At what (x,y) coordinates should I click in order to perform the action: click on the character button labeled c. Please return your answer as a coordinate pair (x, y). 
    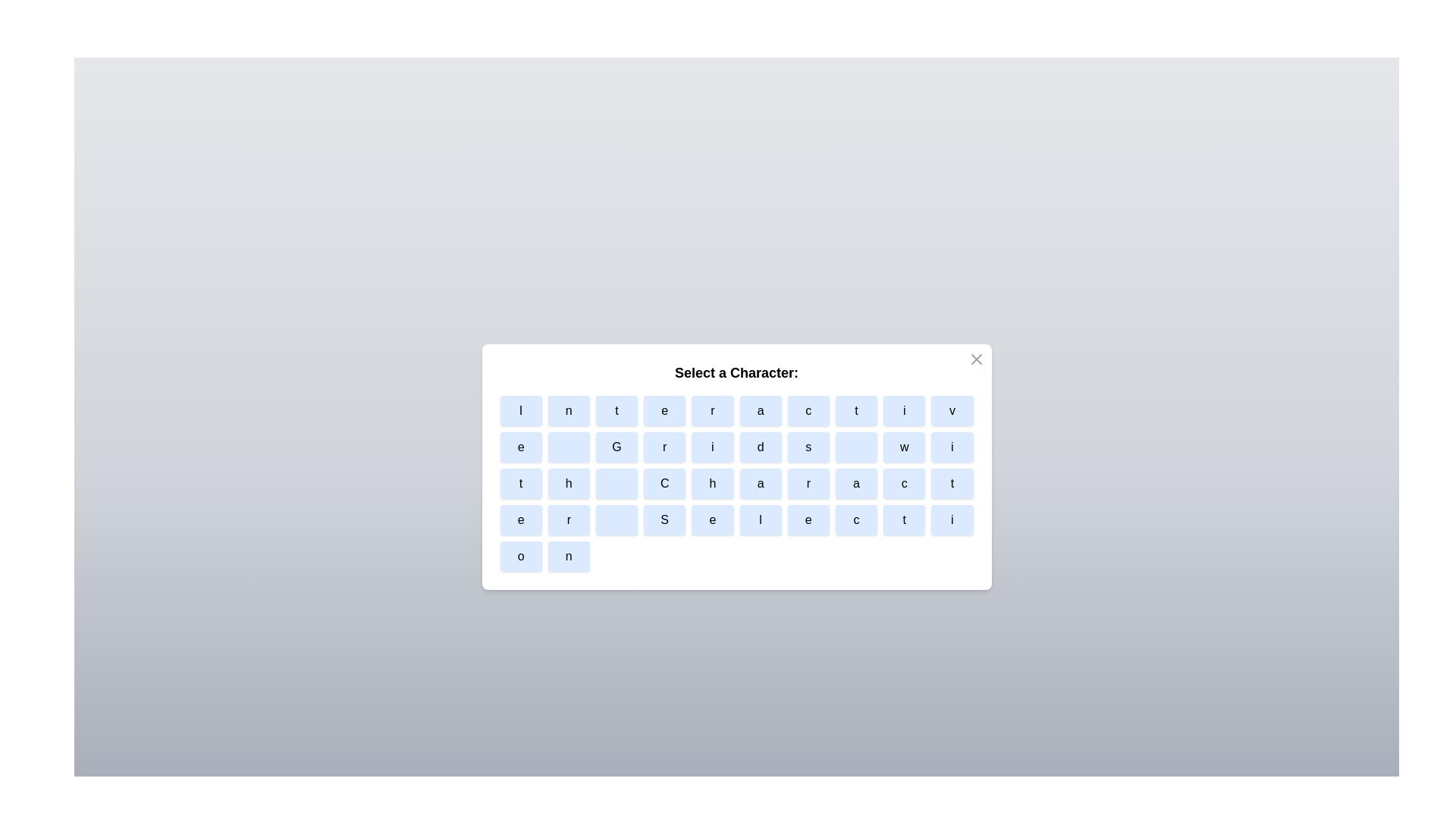
    Looking at the image, I should click on (808, 411).